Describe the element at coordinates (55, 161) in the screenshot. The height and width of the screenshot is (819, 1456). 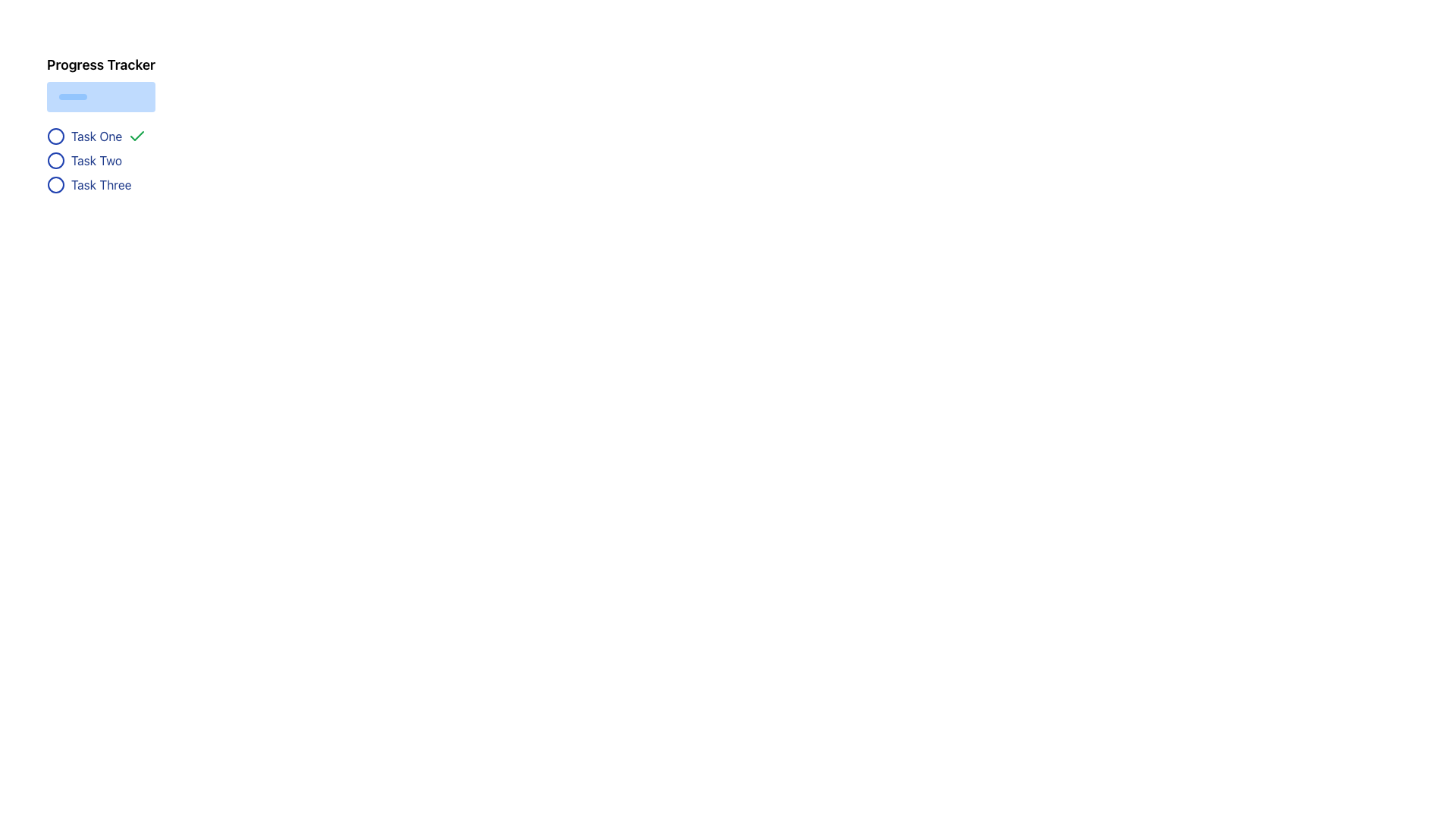
I see `the status indicator icon for 'Task Two', located to the left of the task text` at that location.